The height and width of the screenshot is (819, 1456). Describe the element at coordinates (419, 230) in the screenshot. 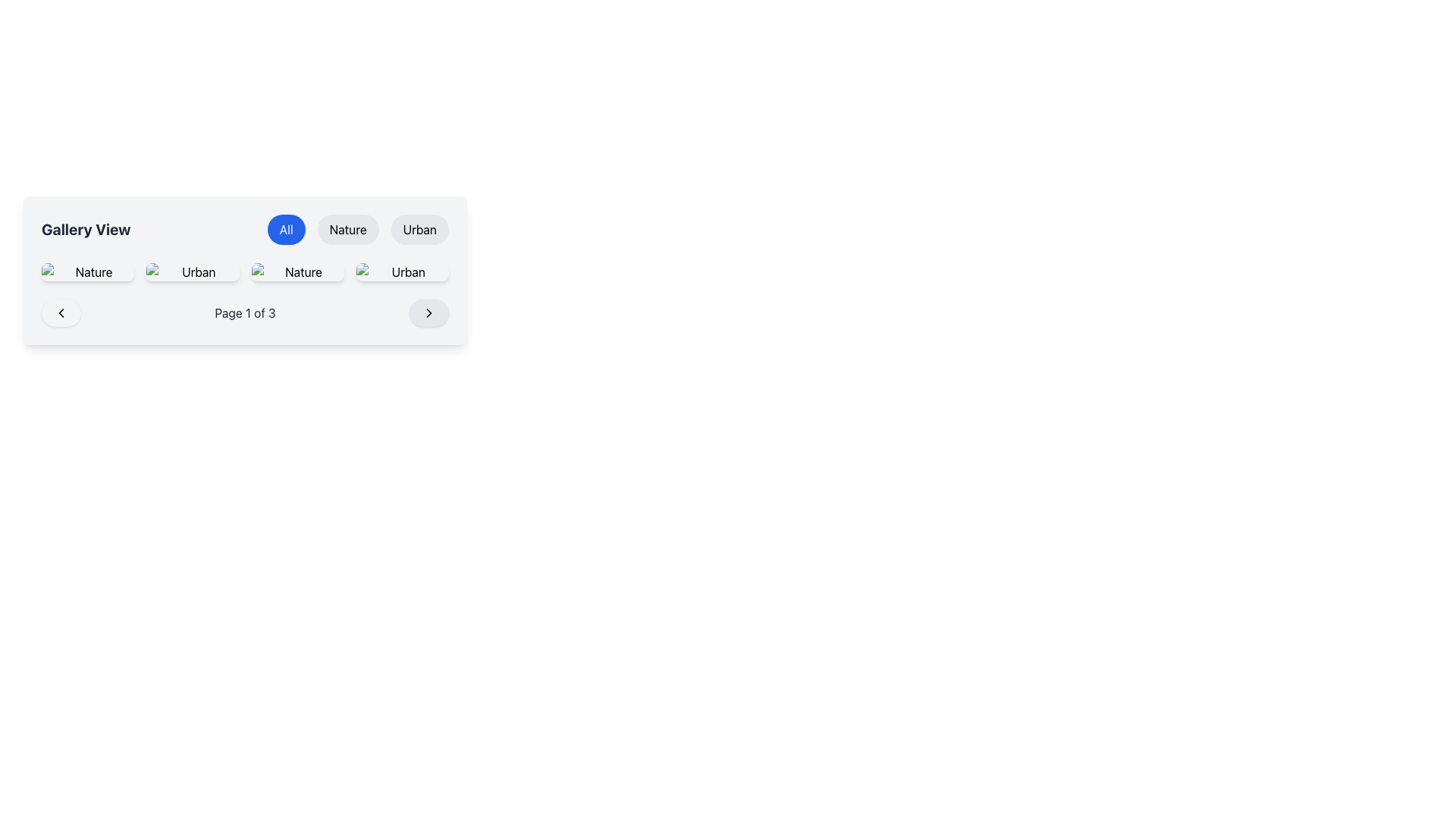

I see `the 'Urban' button` at that location.